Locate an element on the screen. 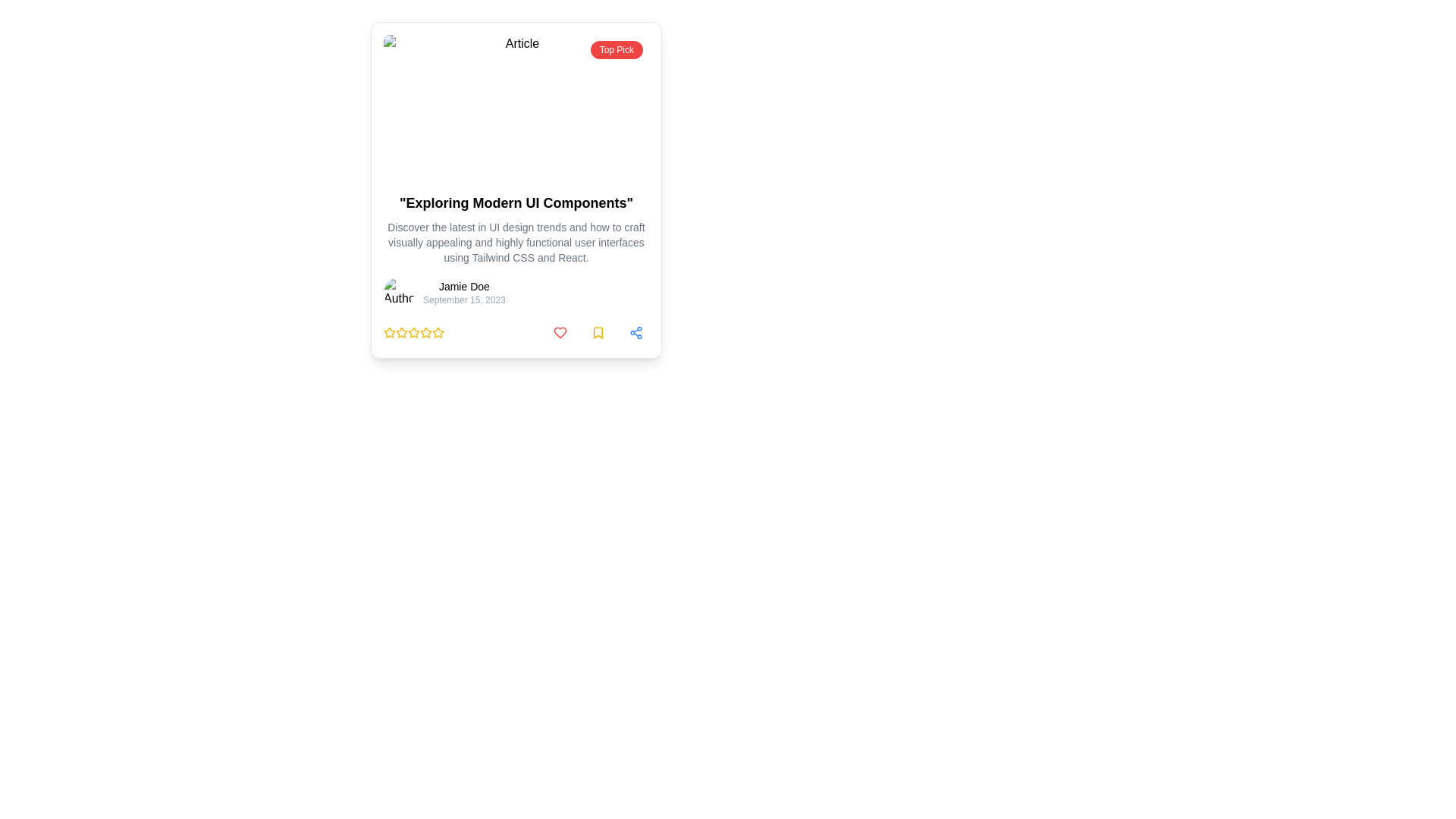 Image resolution: width=1456 pixels, height=819 pixels. the third star icon in the 5-star rating system located at the bottom of the article card is located at coordinates (414, 332).